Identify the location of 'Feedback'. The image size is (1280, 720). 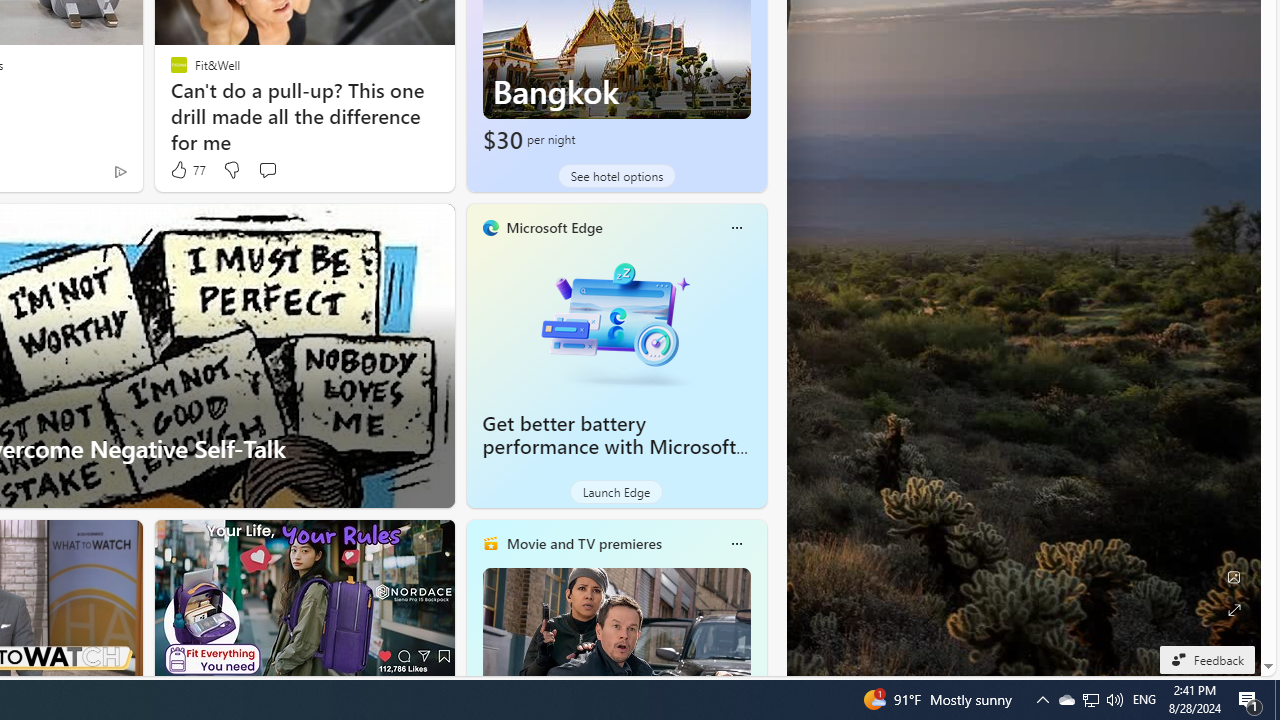
(1205, 659).